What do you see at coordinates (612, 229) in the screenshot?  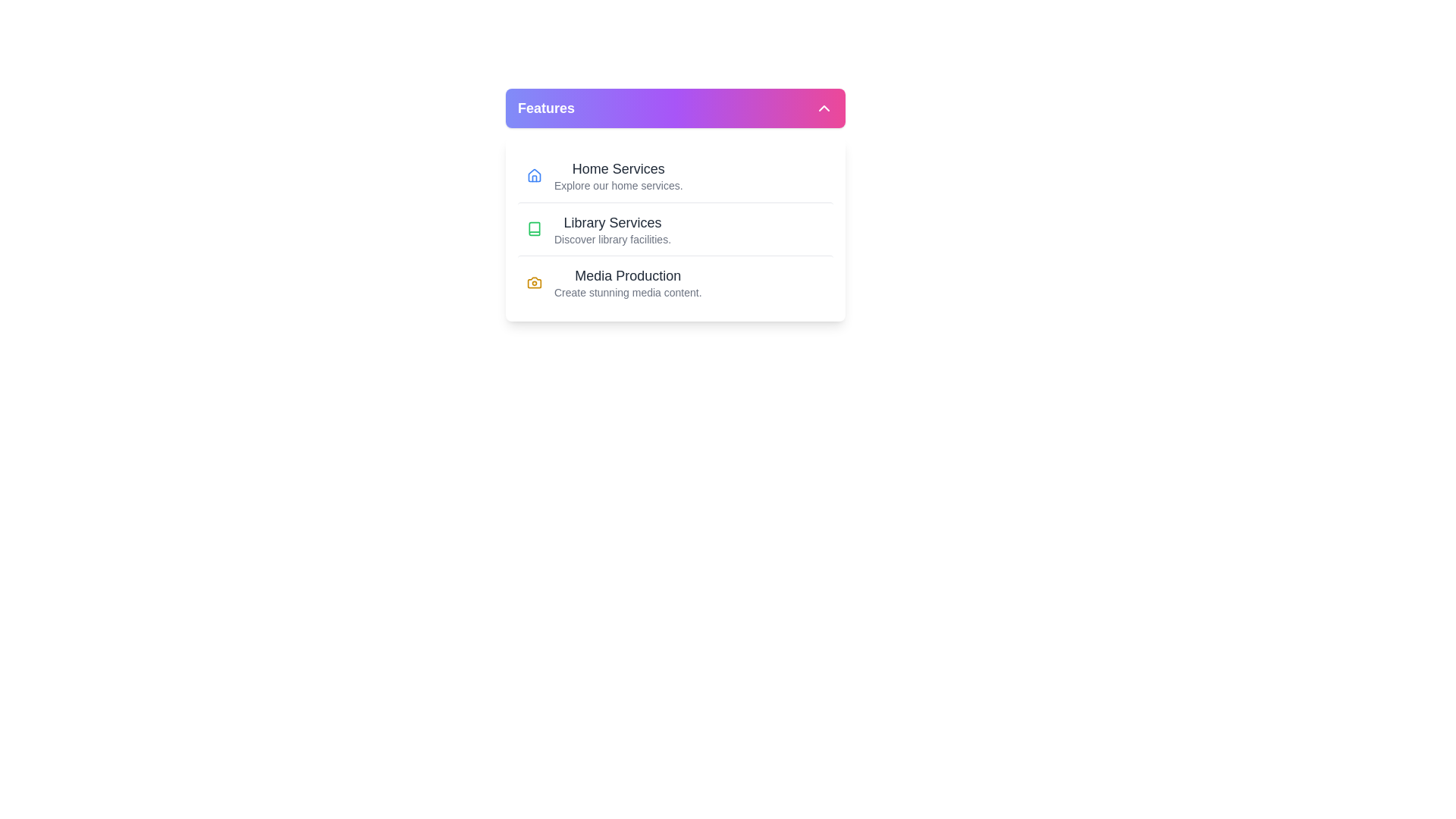 I see `the second list item labeled 'Library Services' in the menu` at bounding box center [612, 229].